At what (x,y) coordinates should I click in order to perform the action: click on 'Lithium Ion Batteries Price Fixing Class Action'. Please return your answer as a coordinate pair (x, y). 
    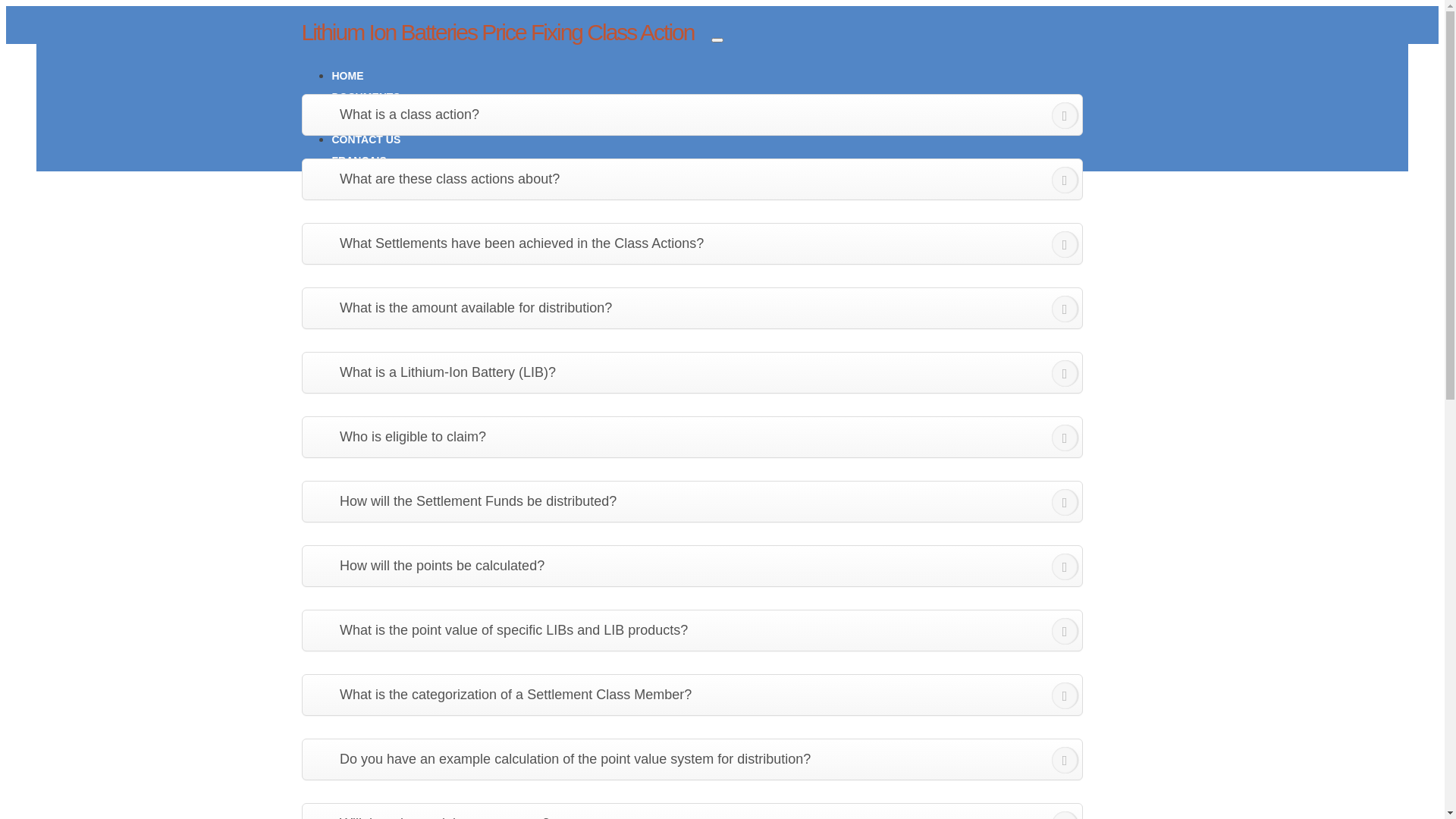
    Looking at the image, I should click on (498, 32).